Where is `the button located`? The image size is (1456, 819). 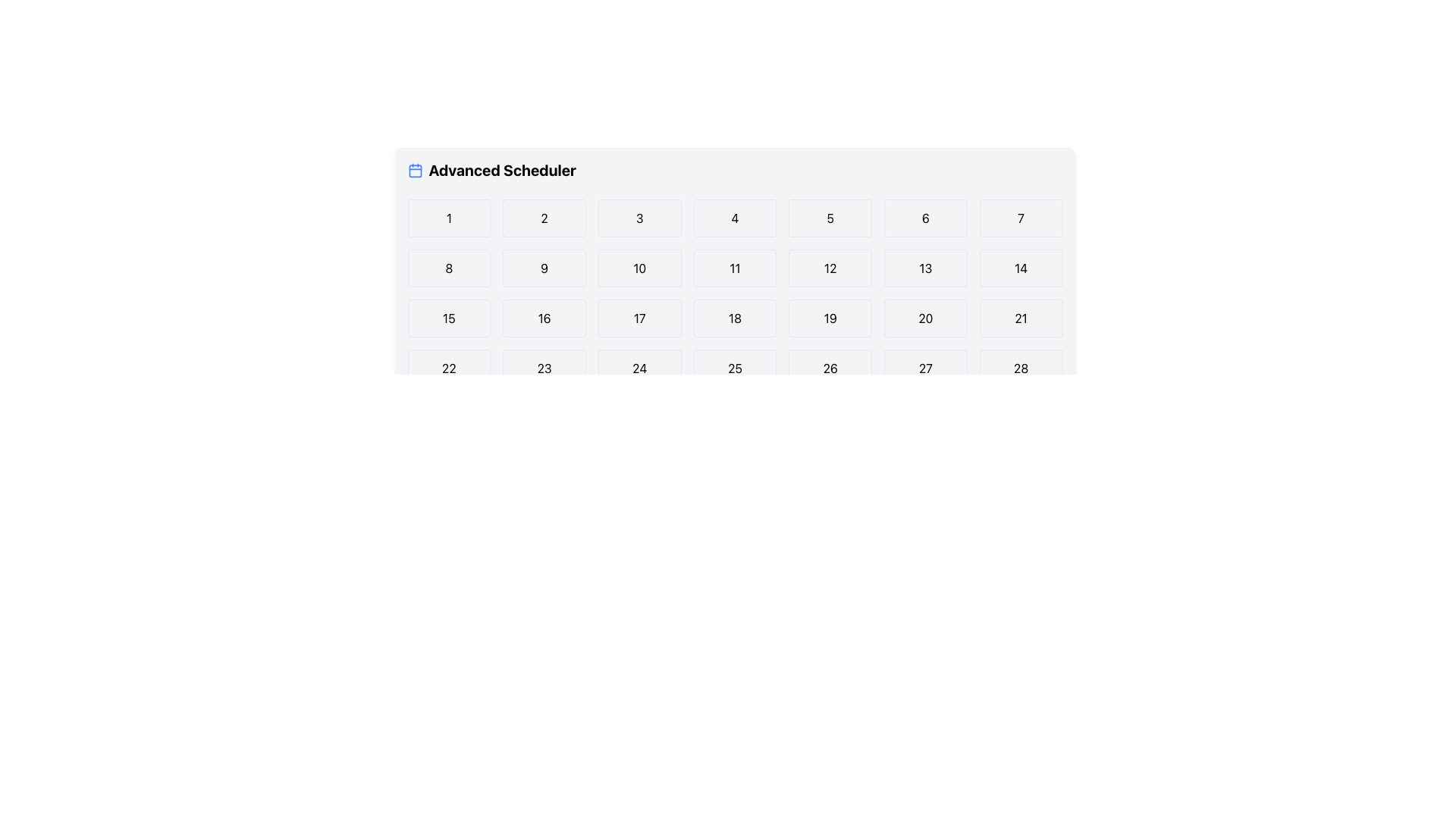 the button located is located at coordinates (448, 268).